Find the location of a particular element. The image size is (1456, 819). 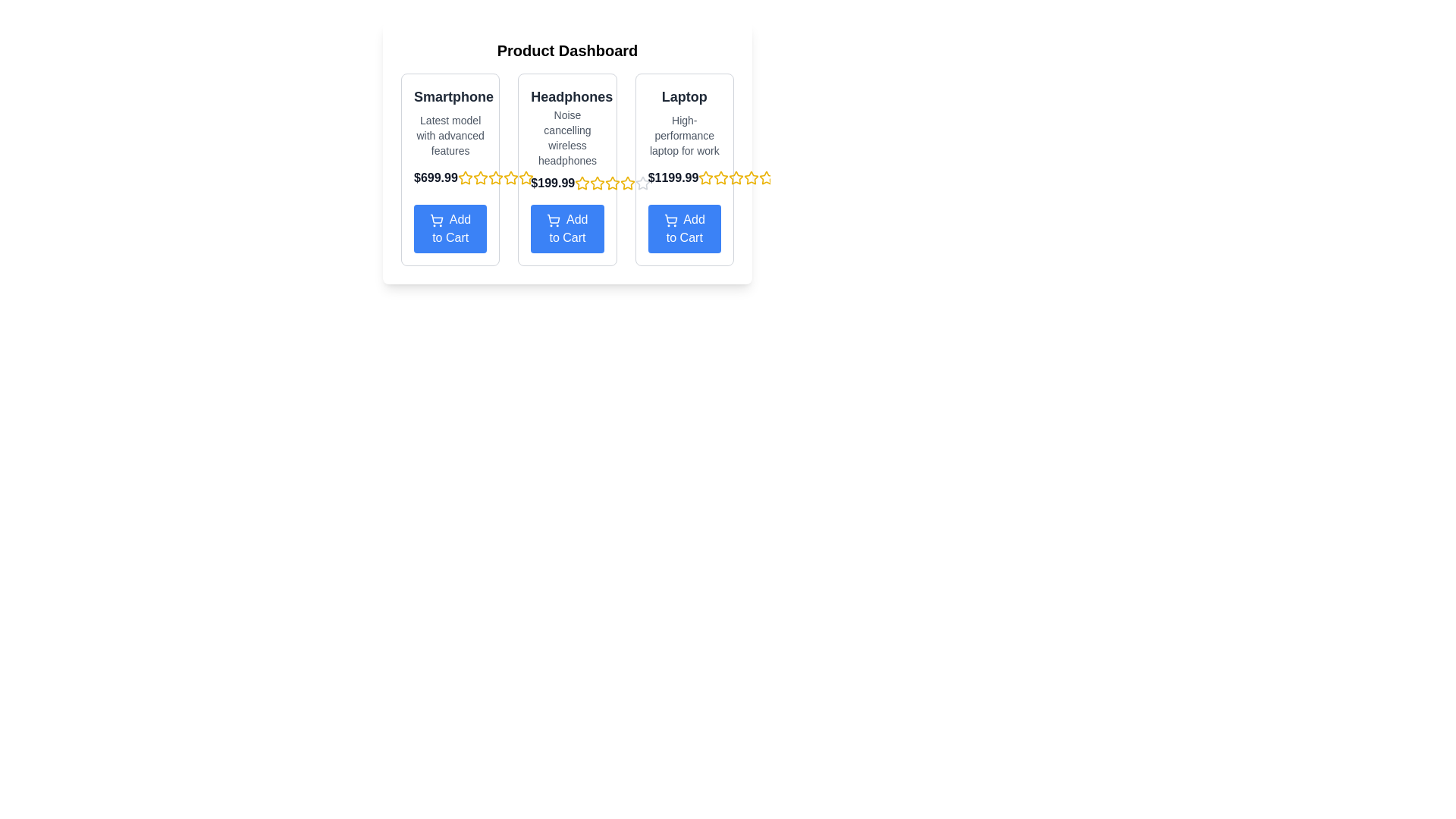

the shopping cart icon located on the left side of the 'Add to Cart' button beneath the product price for the 'Laptop' item is located at coordinates (670, 220).